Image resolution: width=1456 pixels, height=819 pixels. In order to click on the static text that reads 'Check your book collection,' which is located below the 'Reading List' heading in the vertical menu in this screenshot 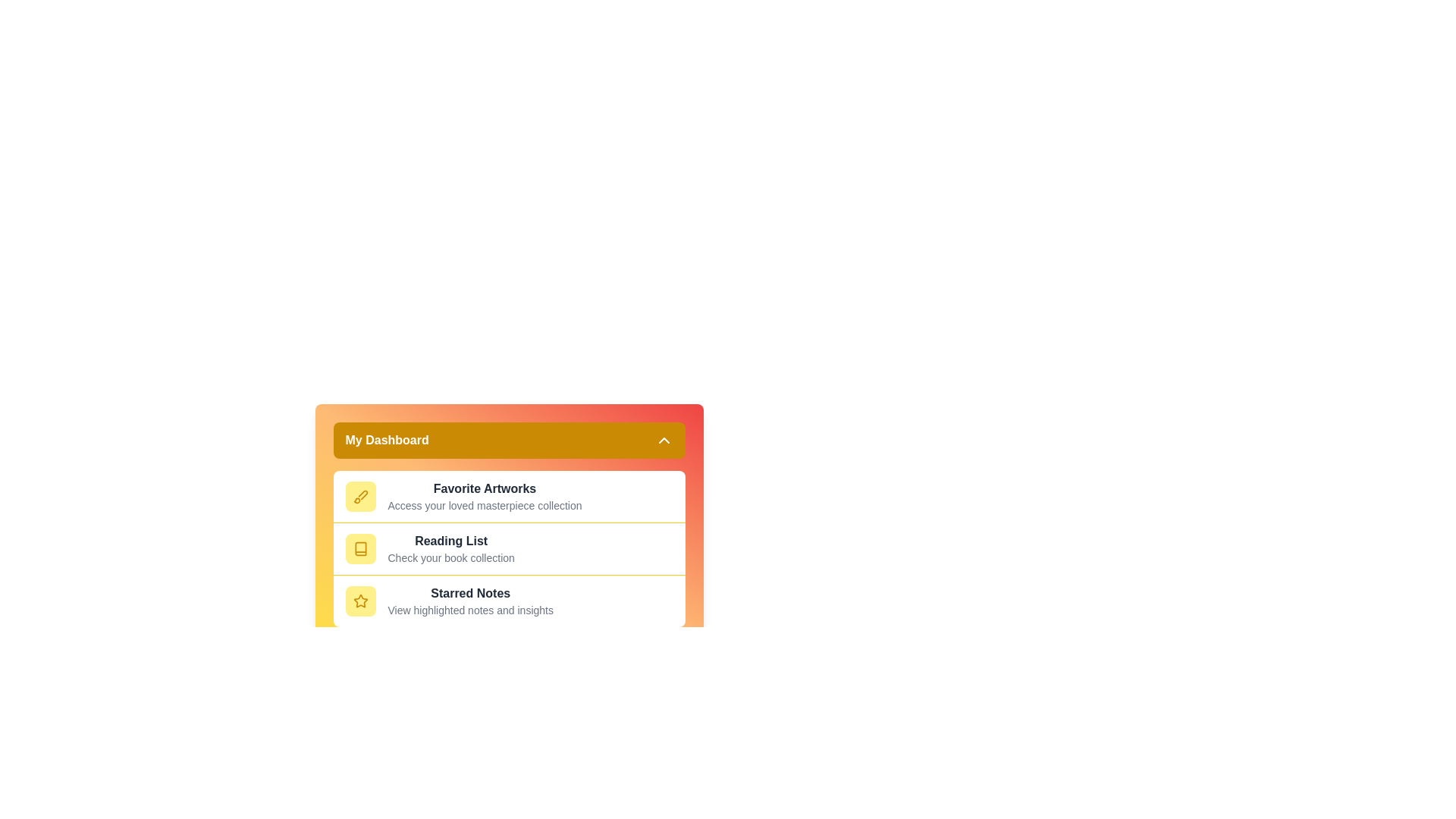, I will do `click(450, 558)`.